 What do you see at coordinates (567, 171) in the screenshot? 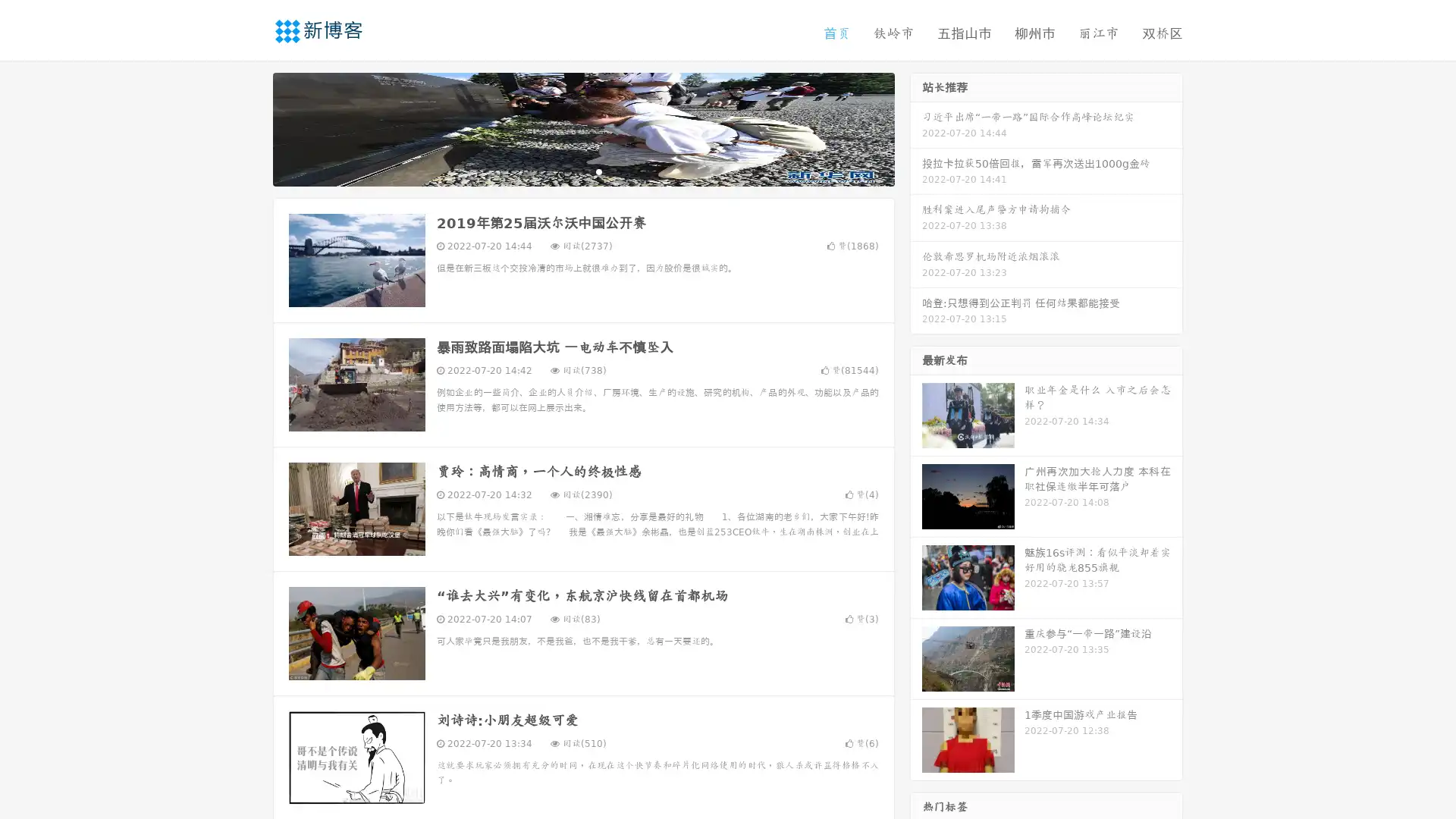
I see `Go to slide 1` at bounding box center [567, 171].